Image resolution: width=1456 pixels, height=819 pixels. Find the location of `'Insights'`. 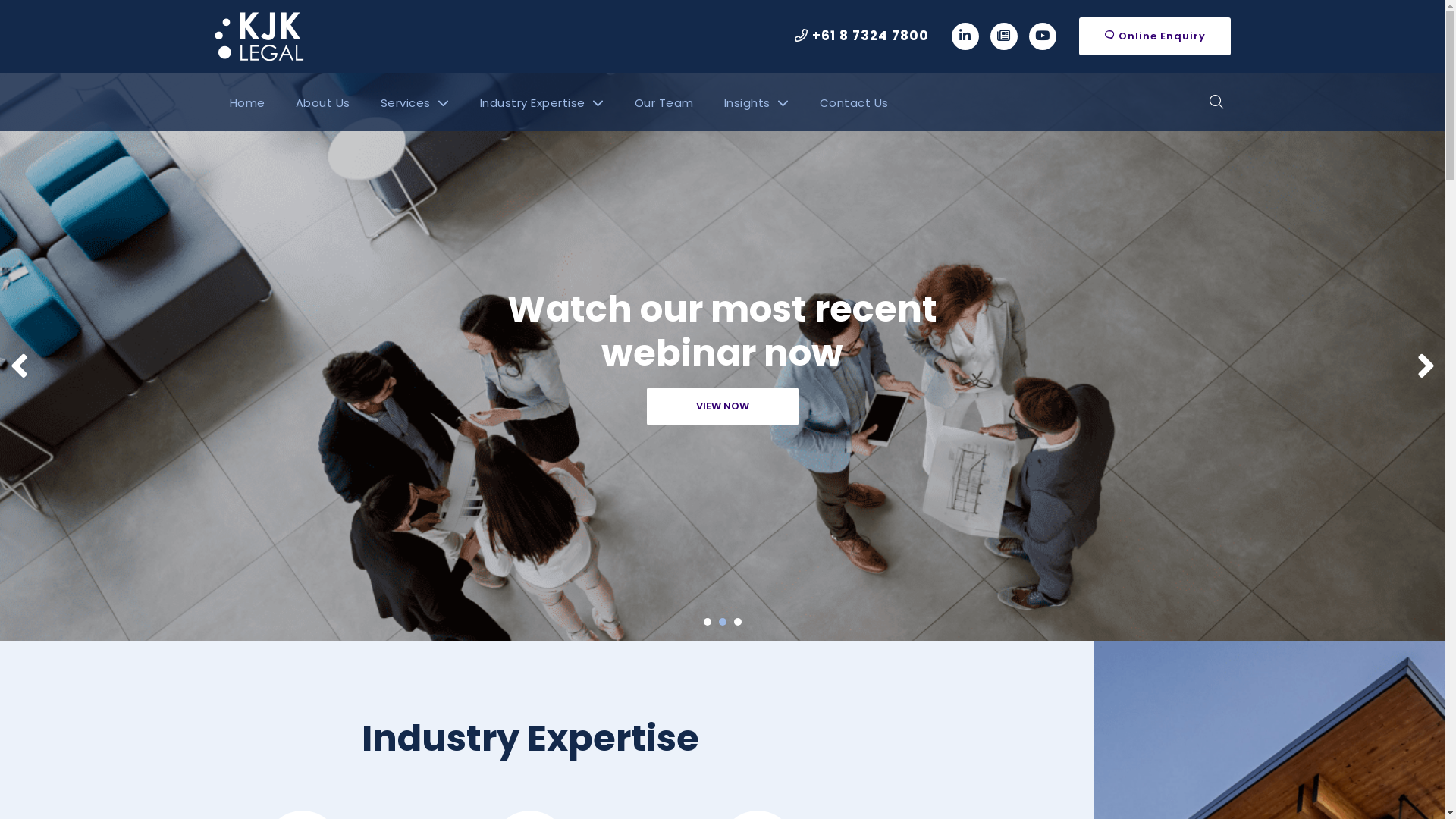

'Insights' is located at coordinates (756, 102).